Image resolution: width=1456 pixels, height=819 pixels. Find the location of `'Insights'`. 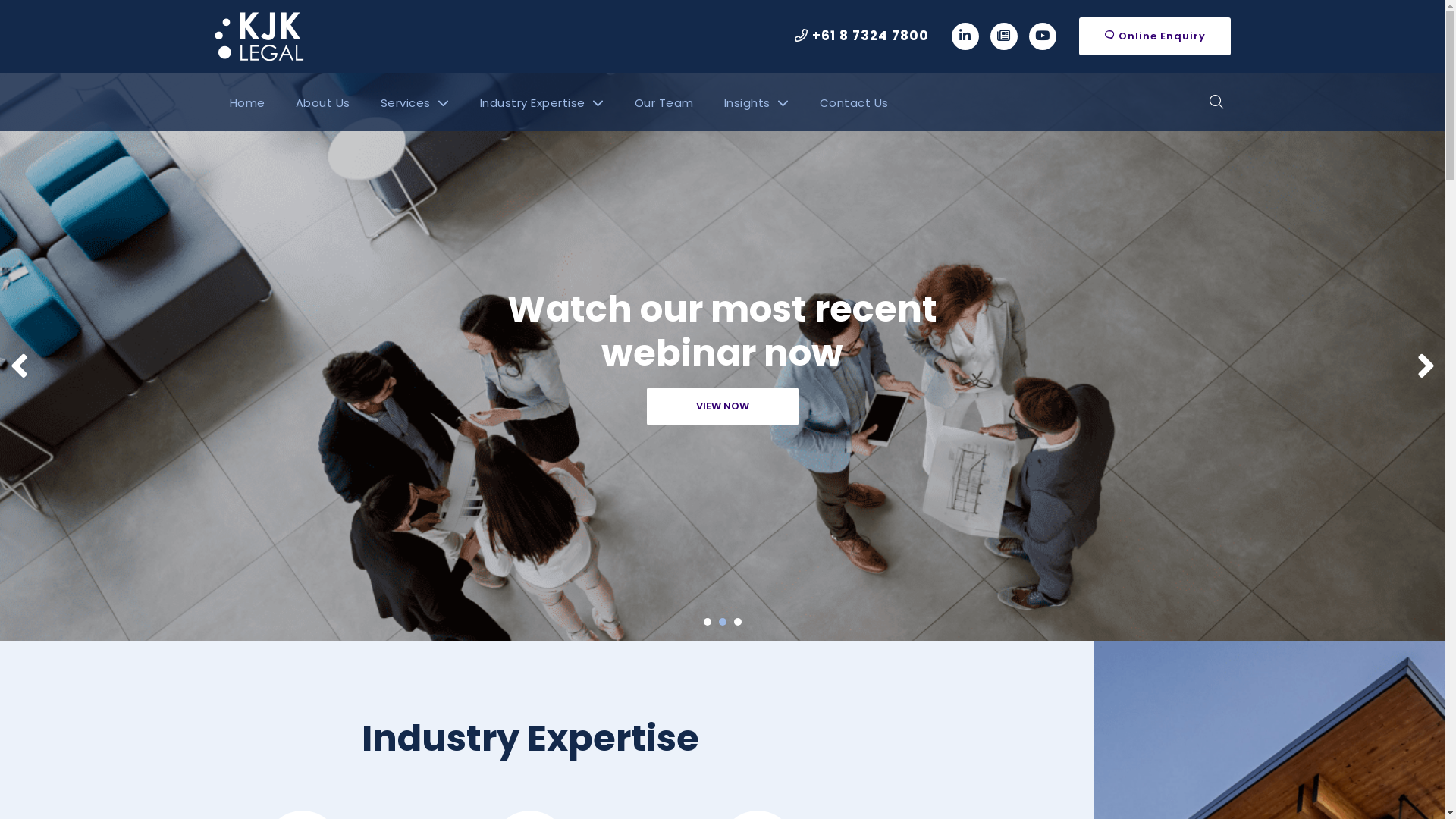

'Insights' is located at coordinates (756, 102).